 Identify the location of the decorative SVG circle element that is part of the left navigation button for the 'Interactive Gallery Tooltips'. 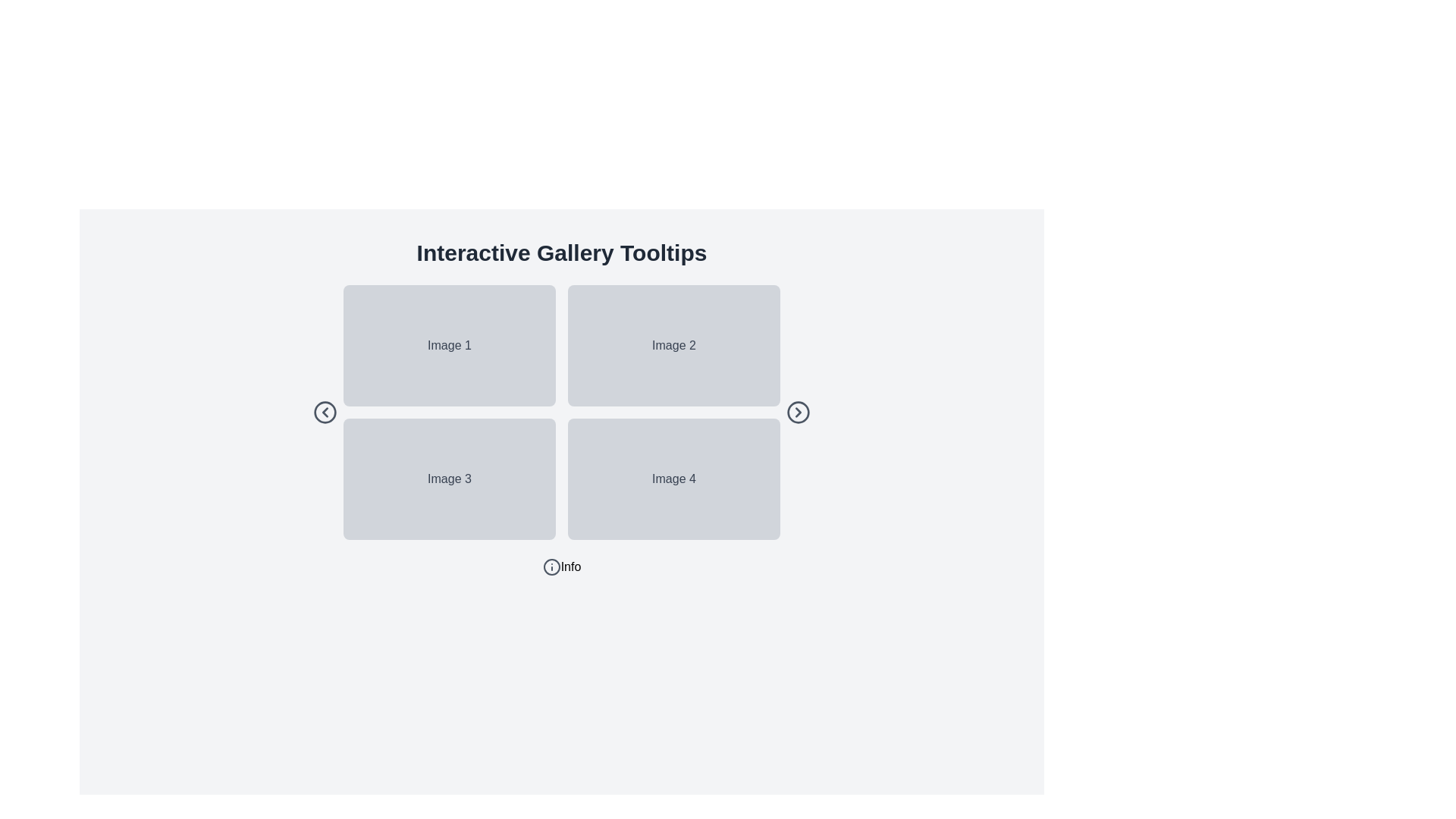
(324, 412).